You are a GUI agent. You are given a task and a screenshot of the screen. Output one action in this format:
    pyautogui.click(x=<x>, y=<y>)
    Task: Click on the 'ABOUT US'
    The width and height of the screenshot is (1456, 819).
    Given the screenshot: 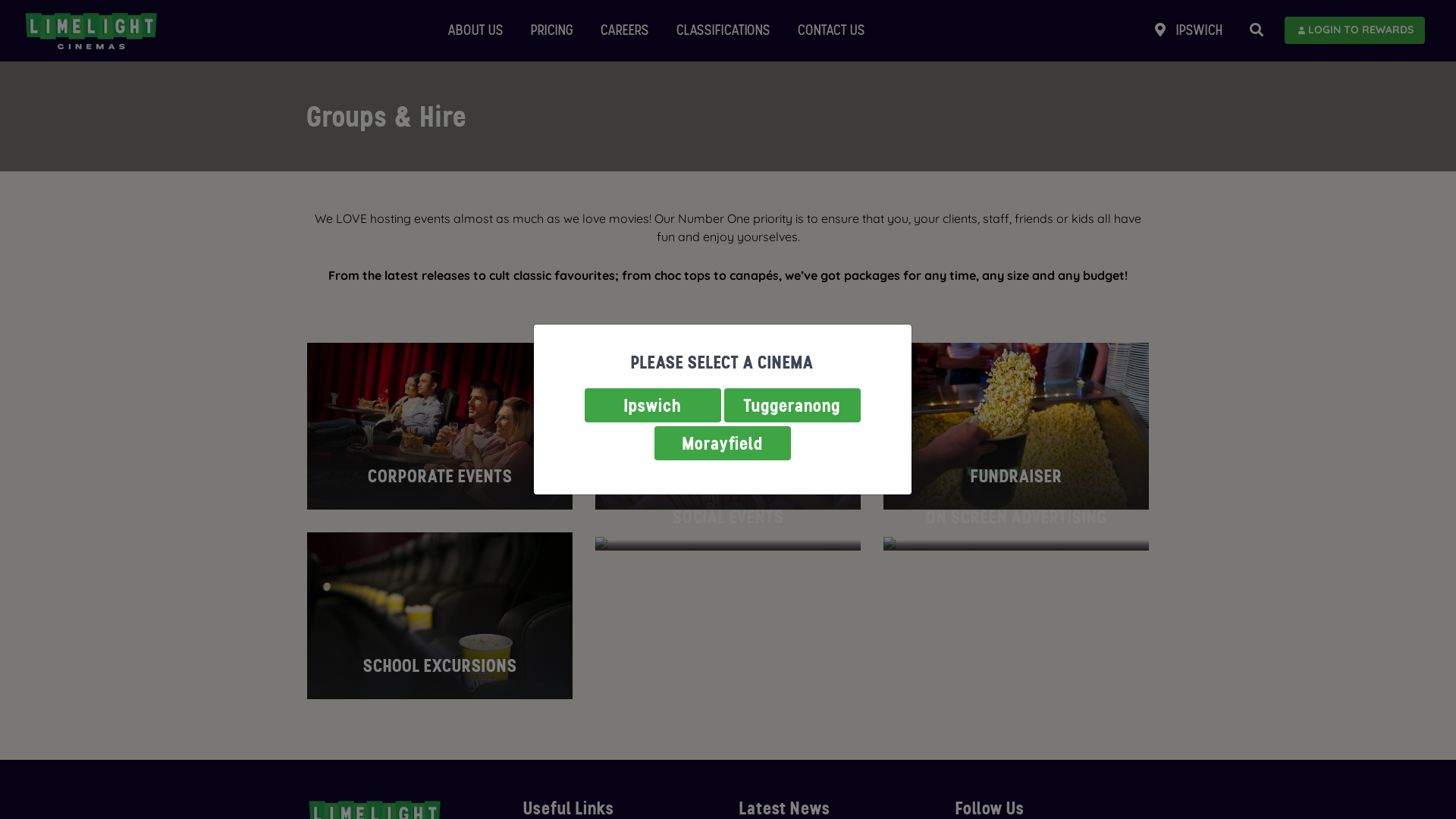 What is the action you would take?
    pyautogui.click(x=475, y=30)
    